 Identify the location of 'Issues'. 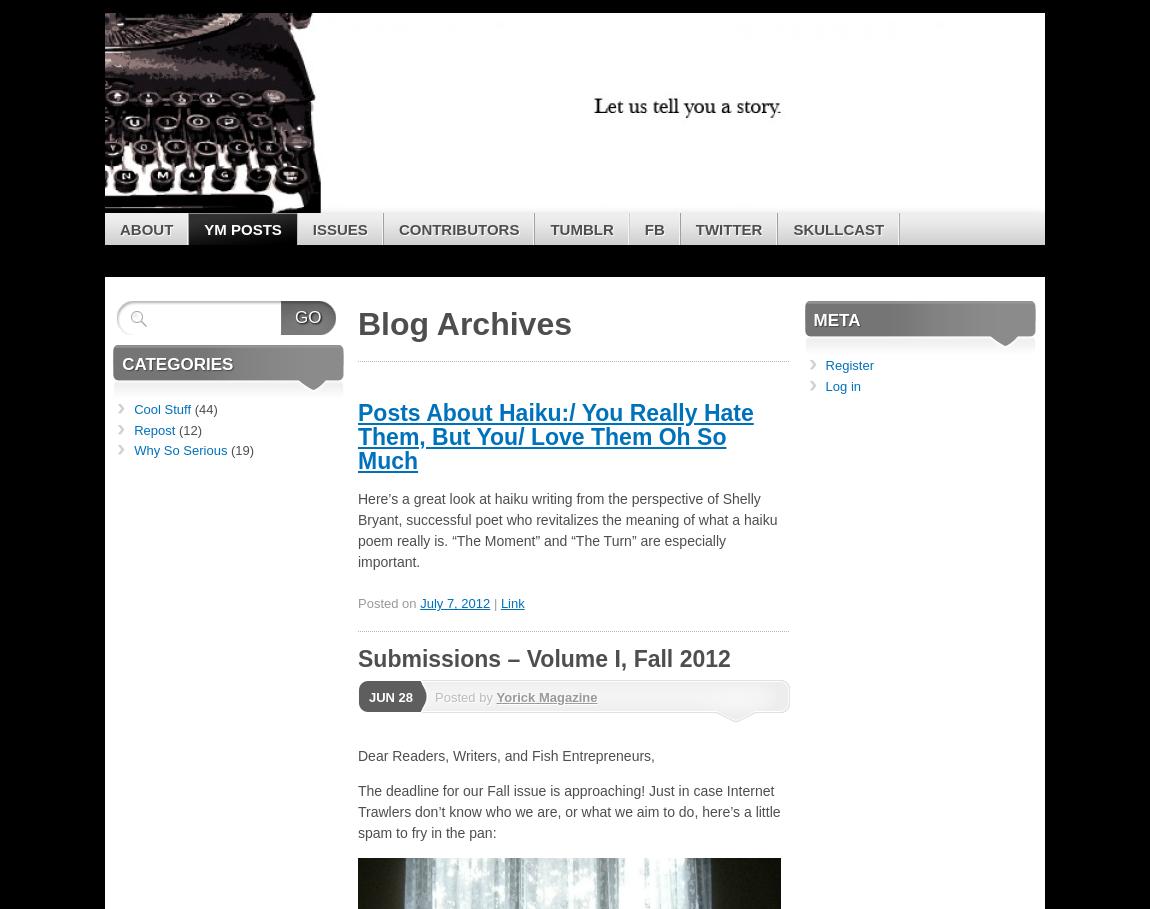
(339, 227).